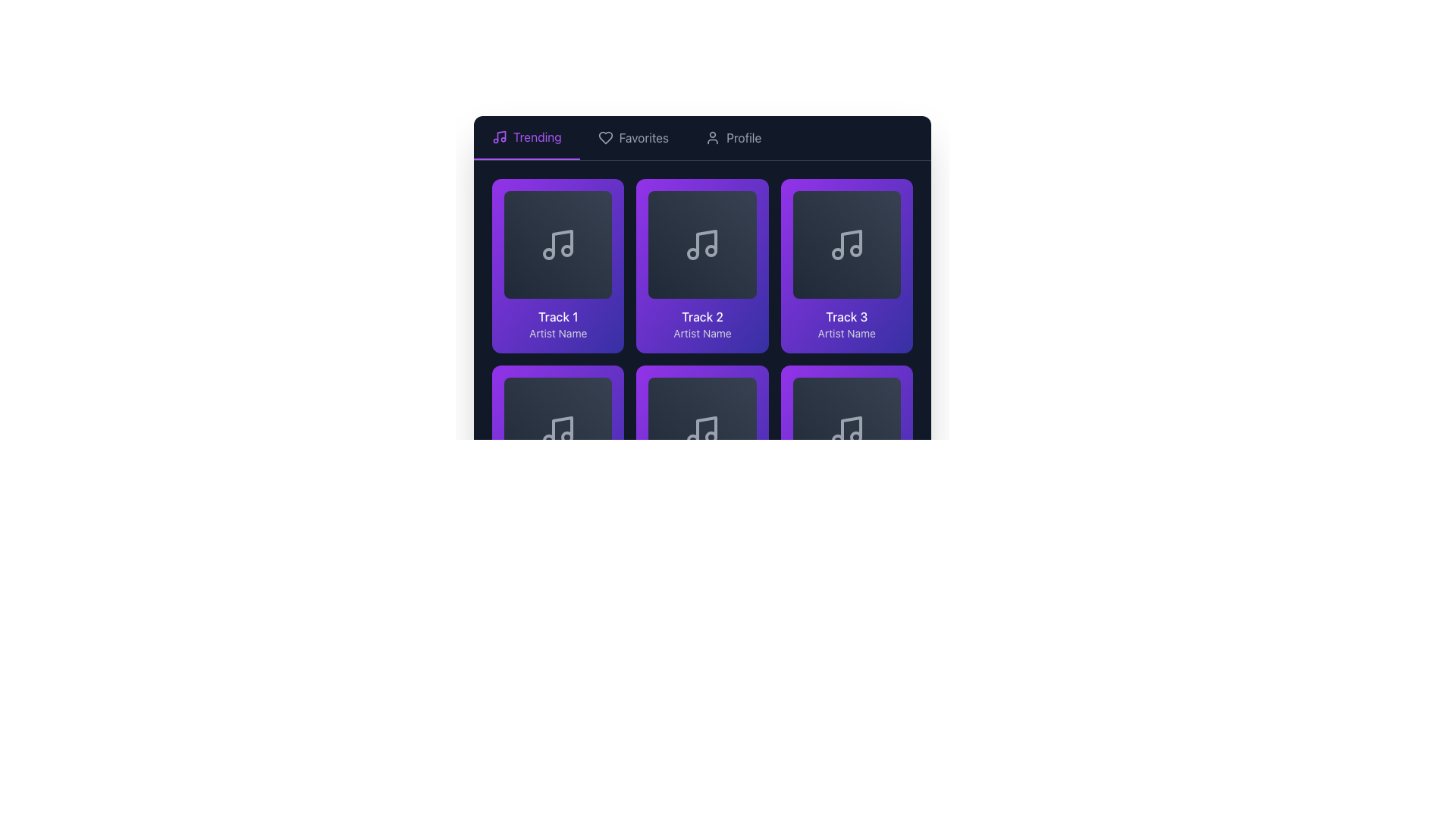 Image resolution: width=1456 pixels, height=819 pixels. Describe the element at coordinates (644, 137) in the screenshot. I see `the 'Favorites' navigation label displayed in white font on a dark background by moving the cursor to its center point` at that location.